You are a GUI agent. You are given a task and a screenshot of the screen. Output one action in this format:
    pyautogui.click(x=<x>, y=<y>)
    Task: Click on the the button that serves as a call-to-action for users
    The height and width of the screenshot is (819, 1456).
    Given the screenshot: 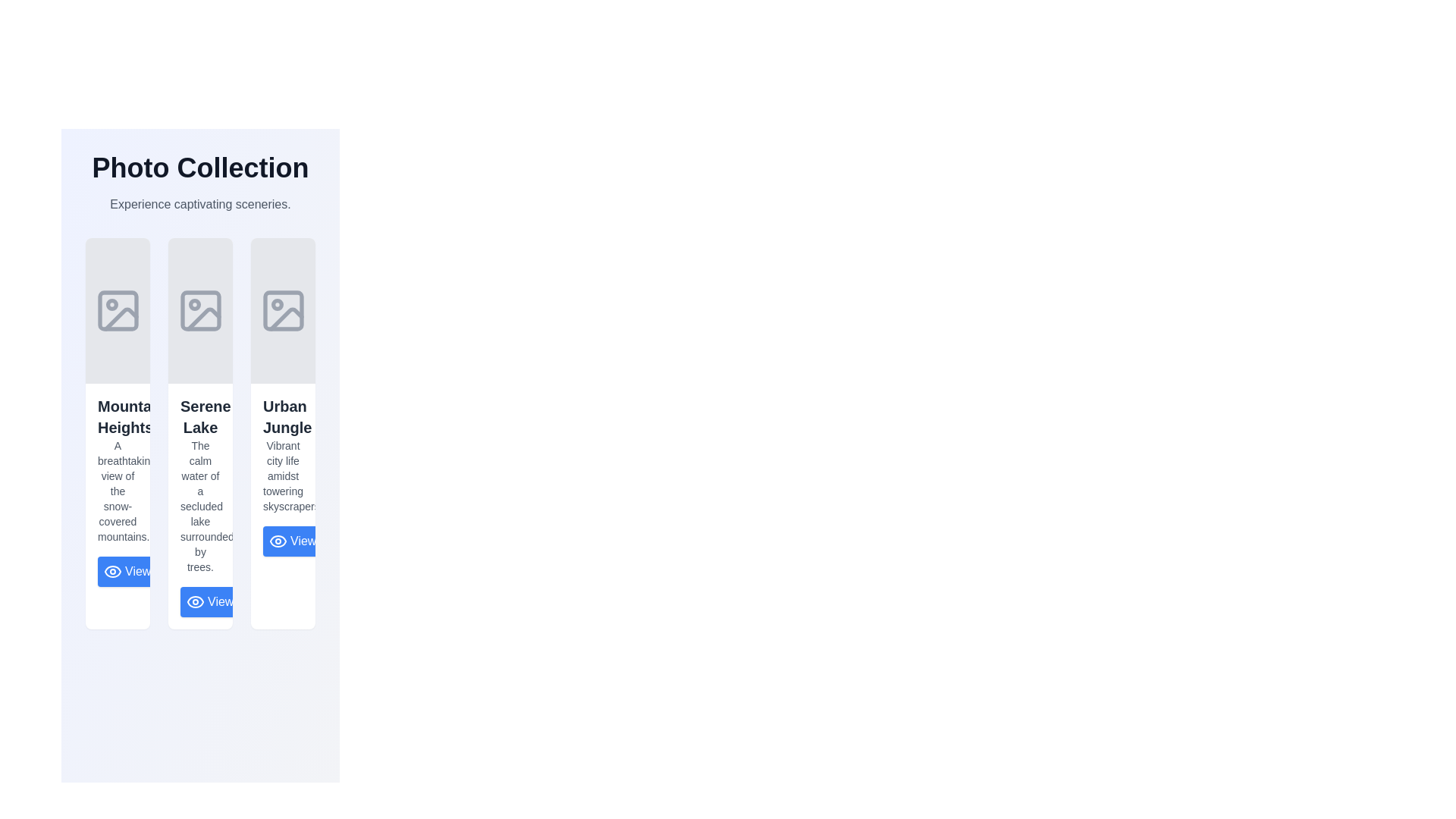 What is the action you would take?
    pyautogui.click(x=127, y=571)
    